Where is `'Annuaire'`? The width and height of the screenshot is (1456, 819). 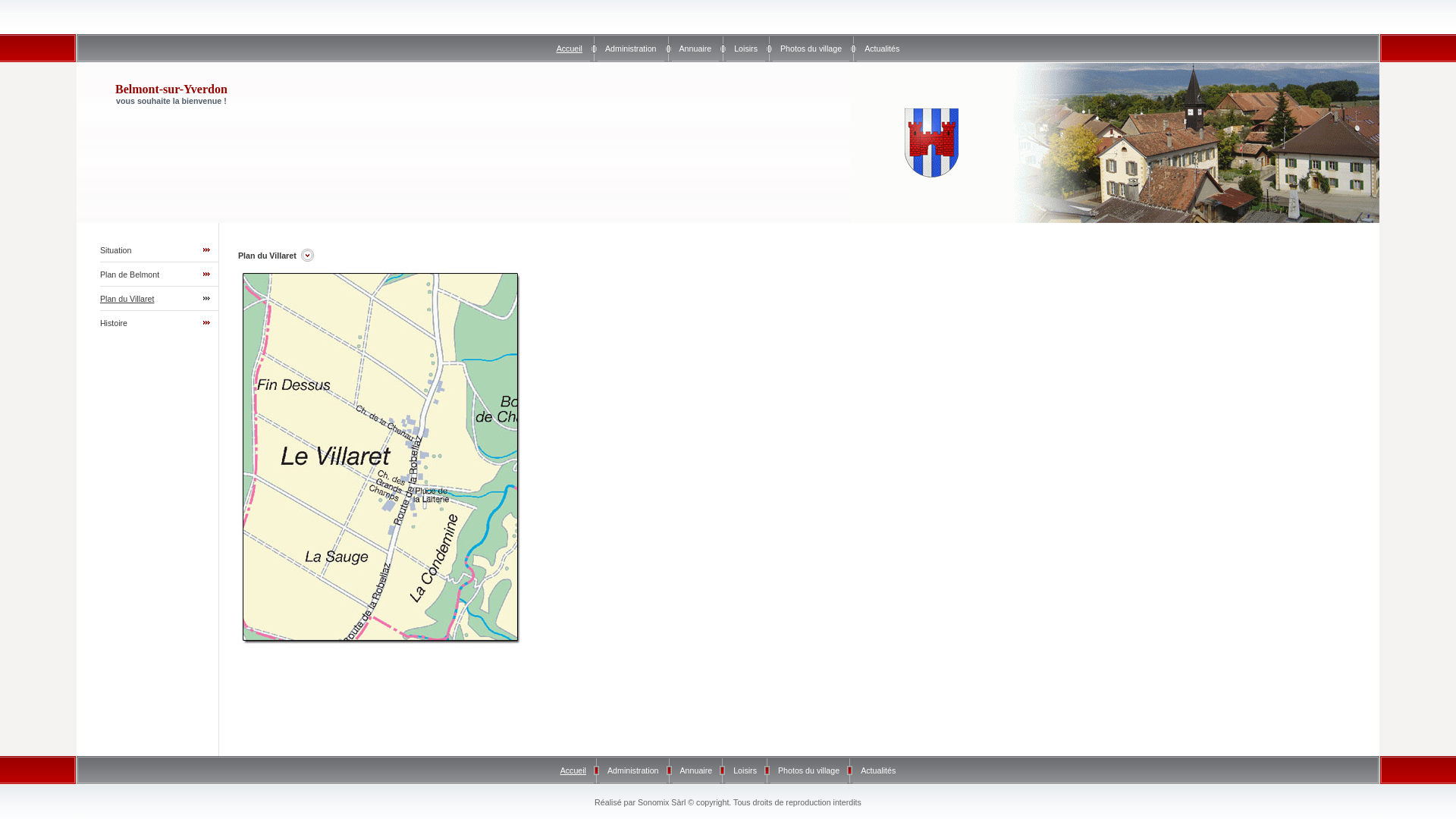 'Annuaire' is located at coordinates (695, 48).